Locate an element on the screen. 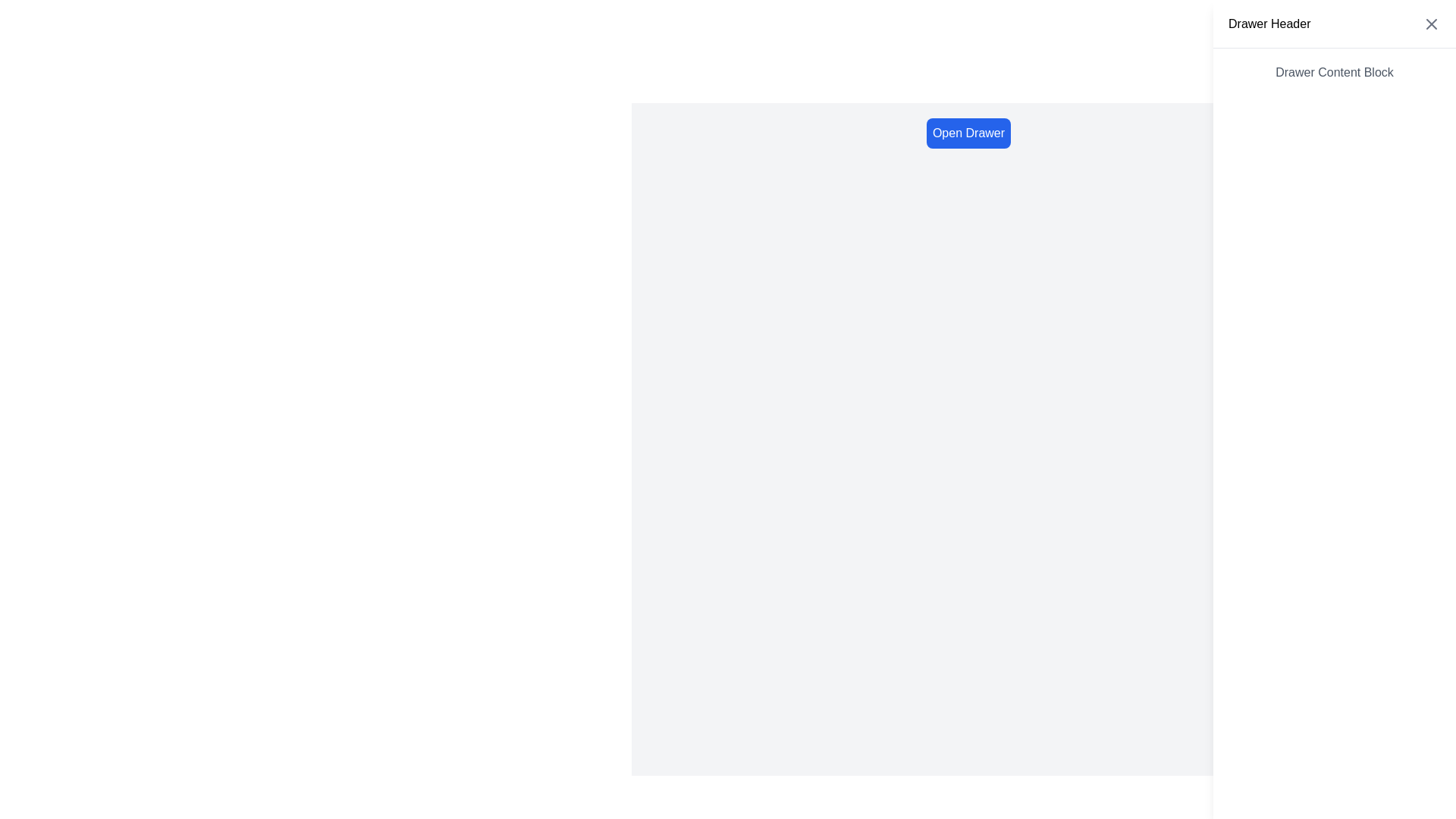 The height and width of the screenshot is (819, 1456). the text label that serves as the title for the drawer component, located at the top left of the drawer interface, adjacent to the close icon is located at coordinates (1269, 24).